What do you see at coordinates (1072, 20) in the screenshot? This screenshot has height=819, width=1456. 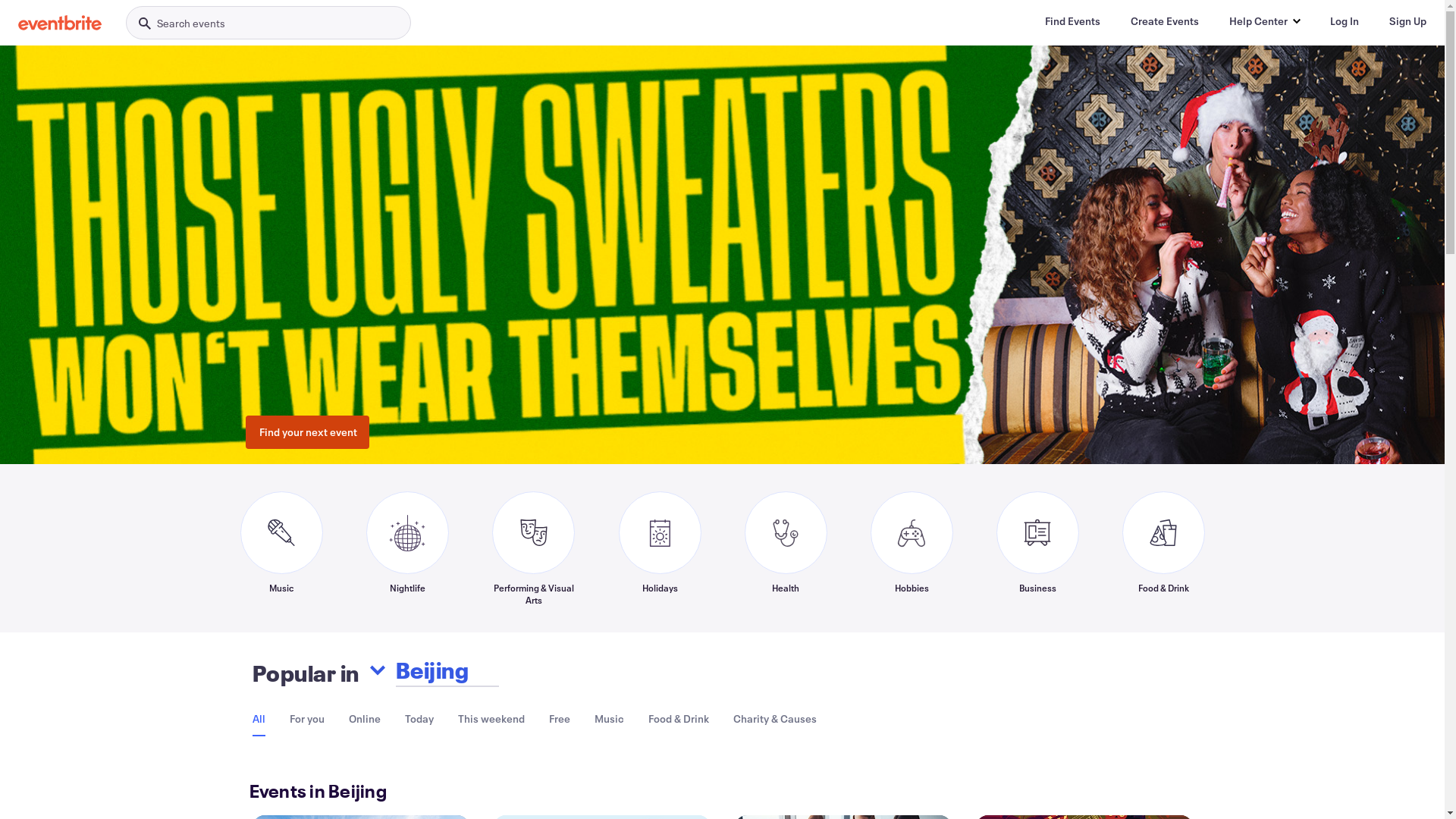 I see `'Find Events'` at bounding box center [1072, 20].